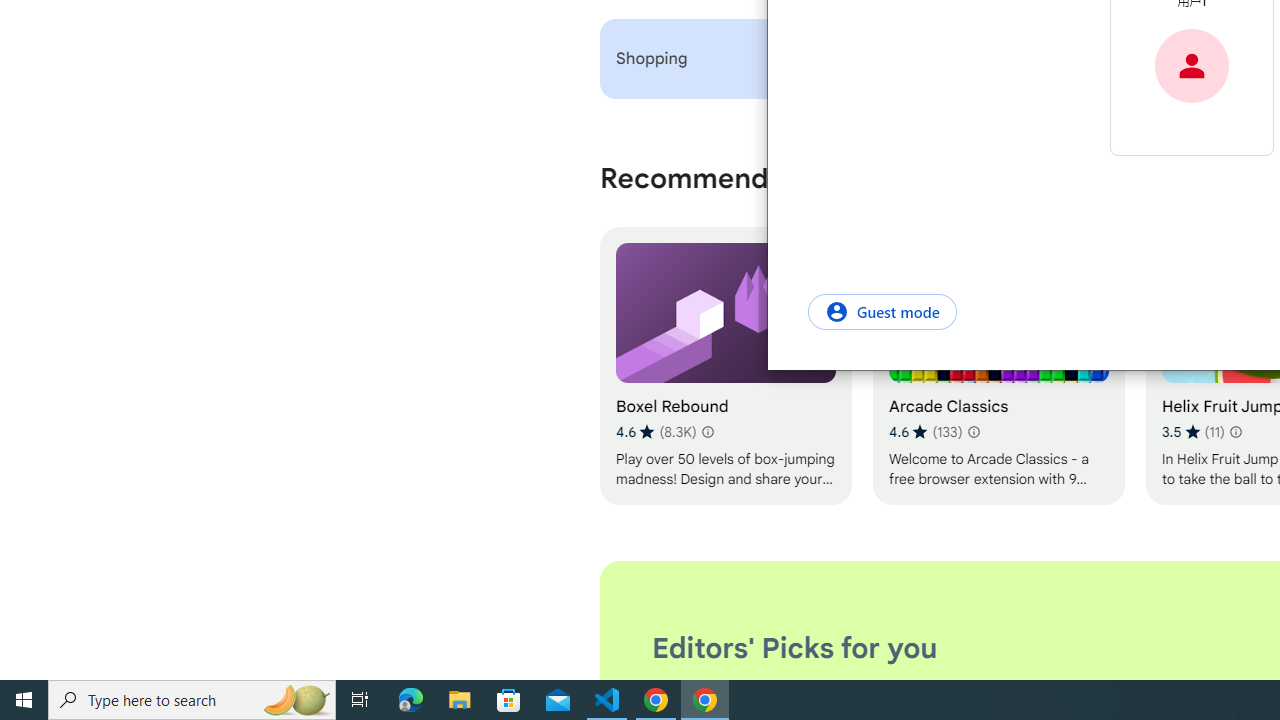 Image resolution: width=1280 pixels, height=720 pixels. I want to click on 'Start', so click(24, 698).